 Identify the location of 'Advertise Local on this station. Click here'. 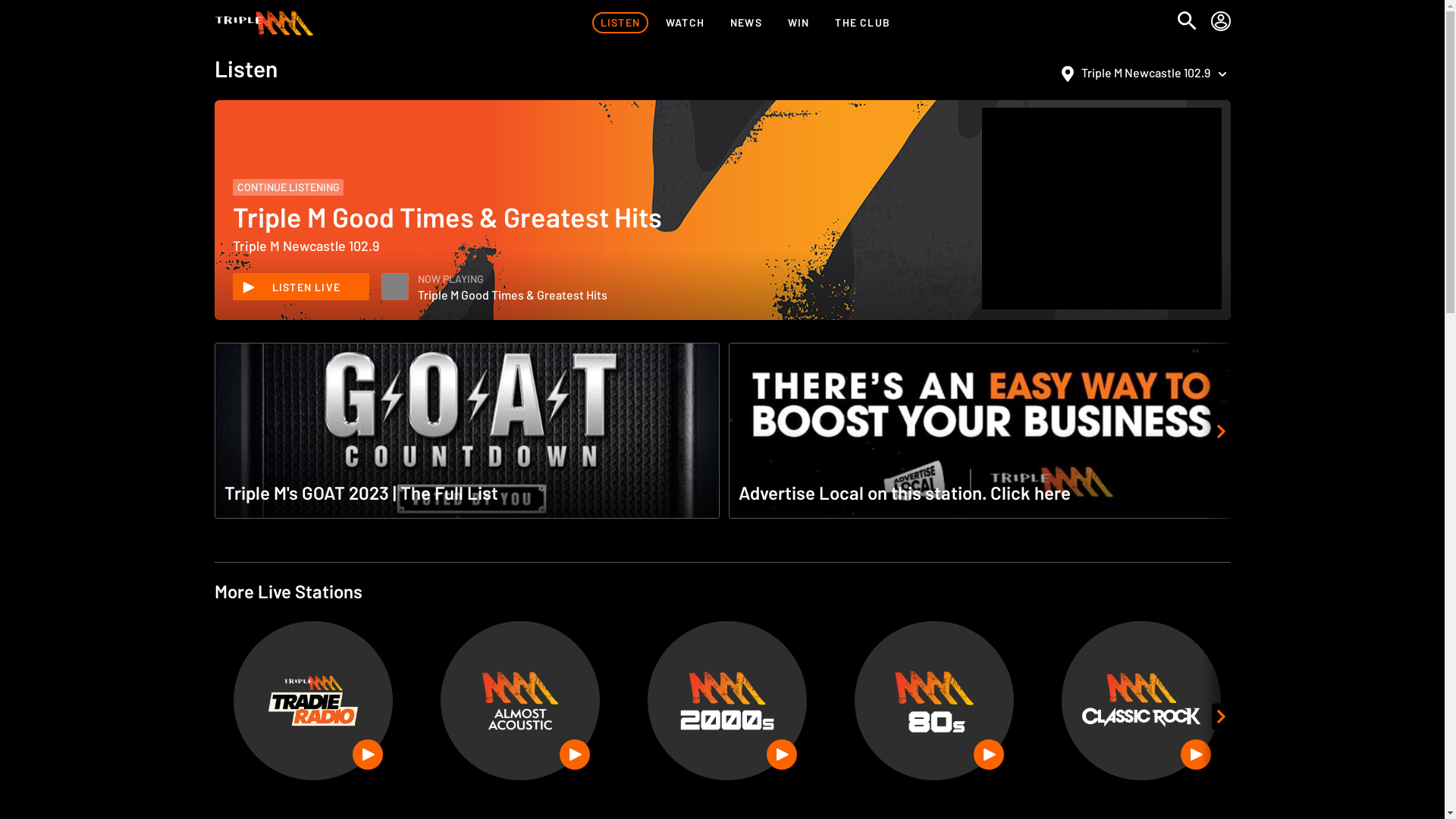
(723, 431).